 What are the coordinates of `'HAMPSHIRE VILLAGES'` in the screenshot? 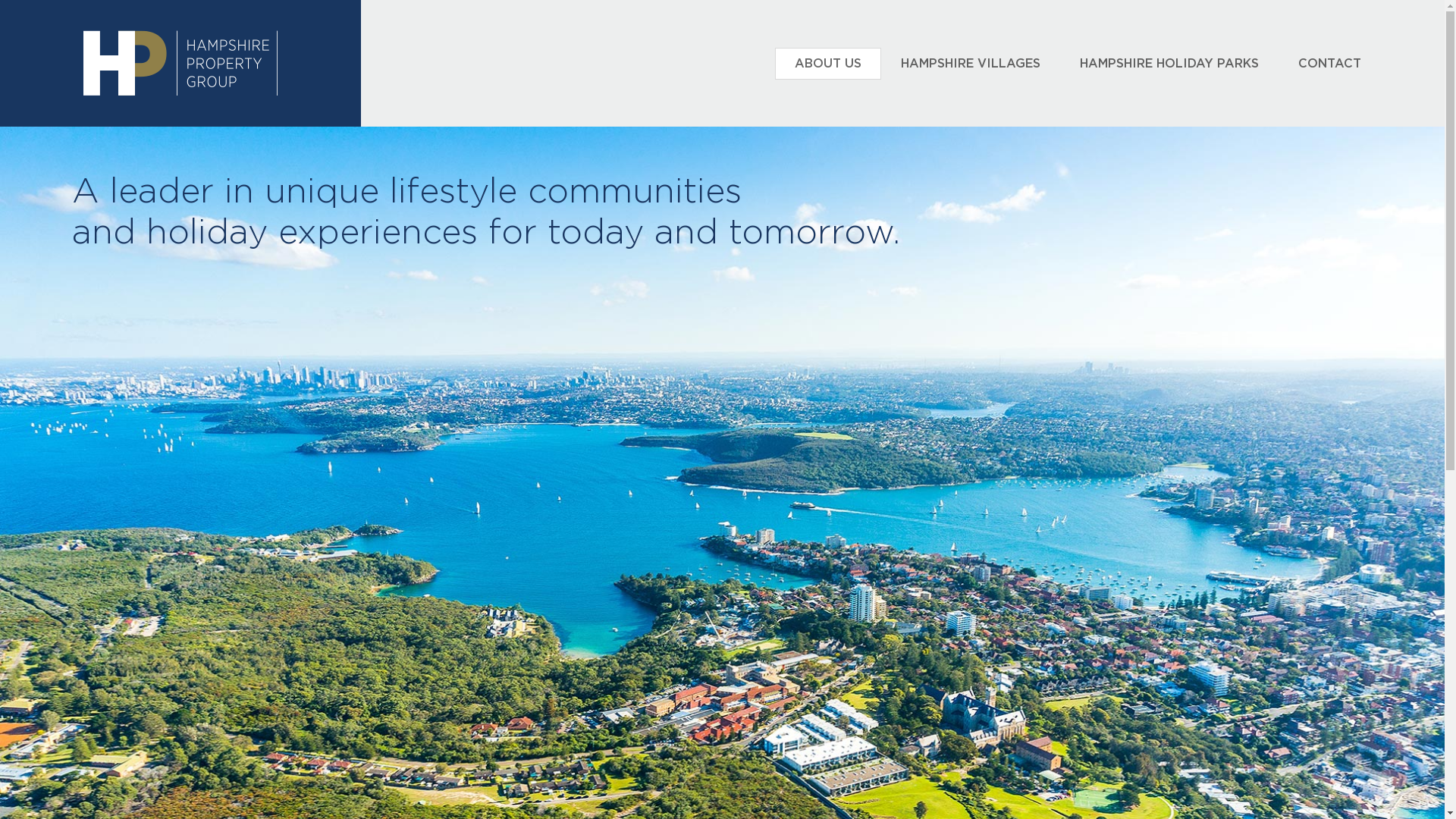 It's located at (971, 63).